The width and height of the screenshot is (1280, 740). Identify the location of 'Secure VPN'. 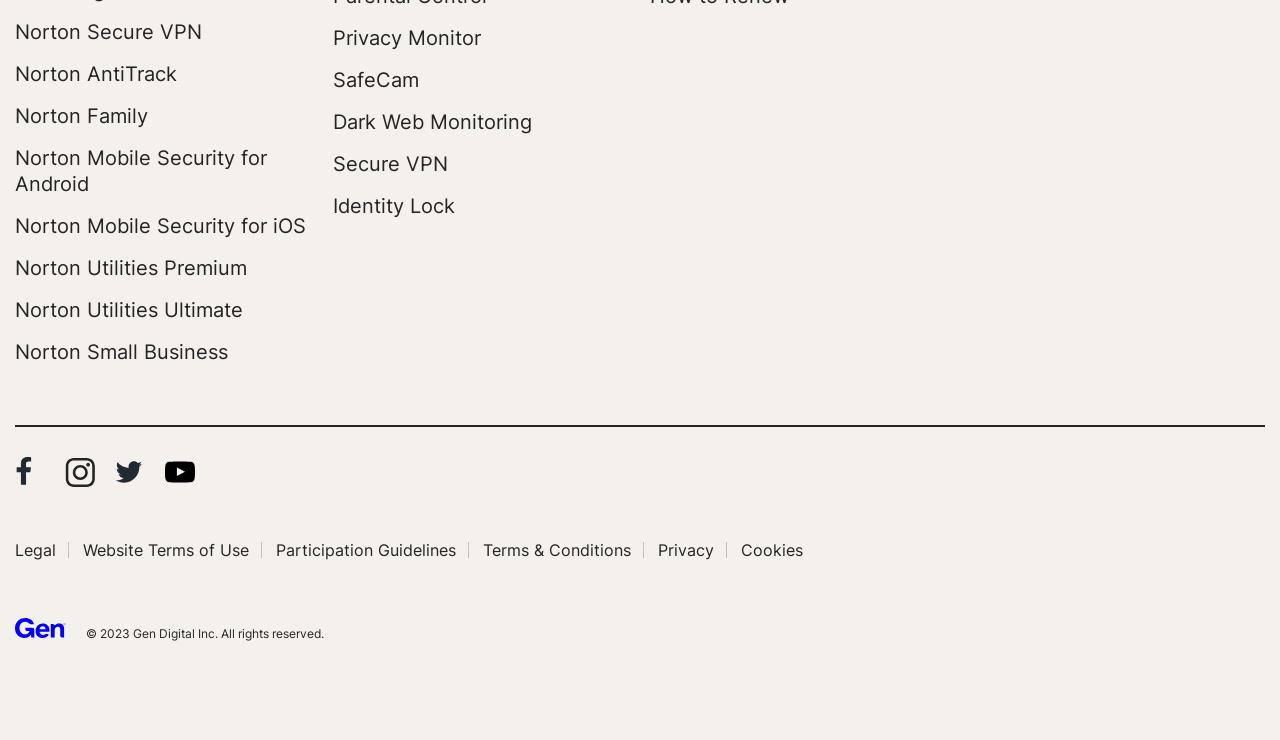
(389, 163).